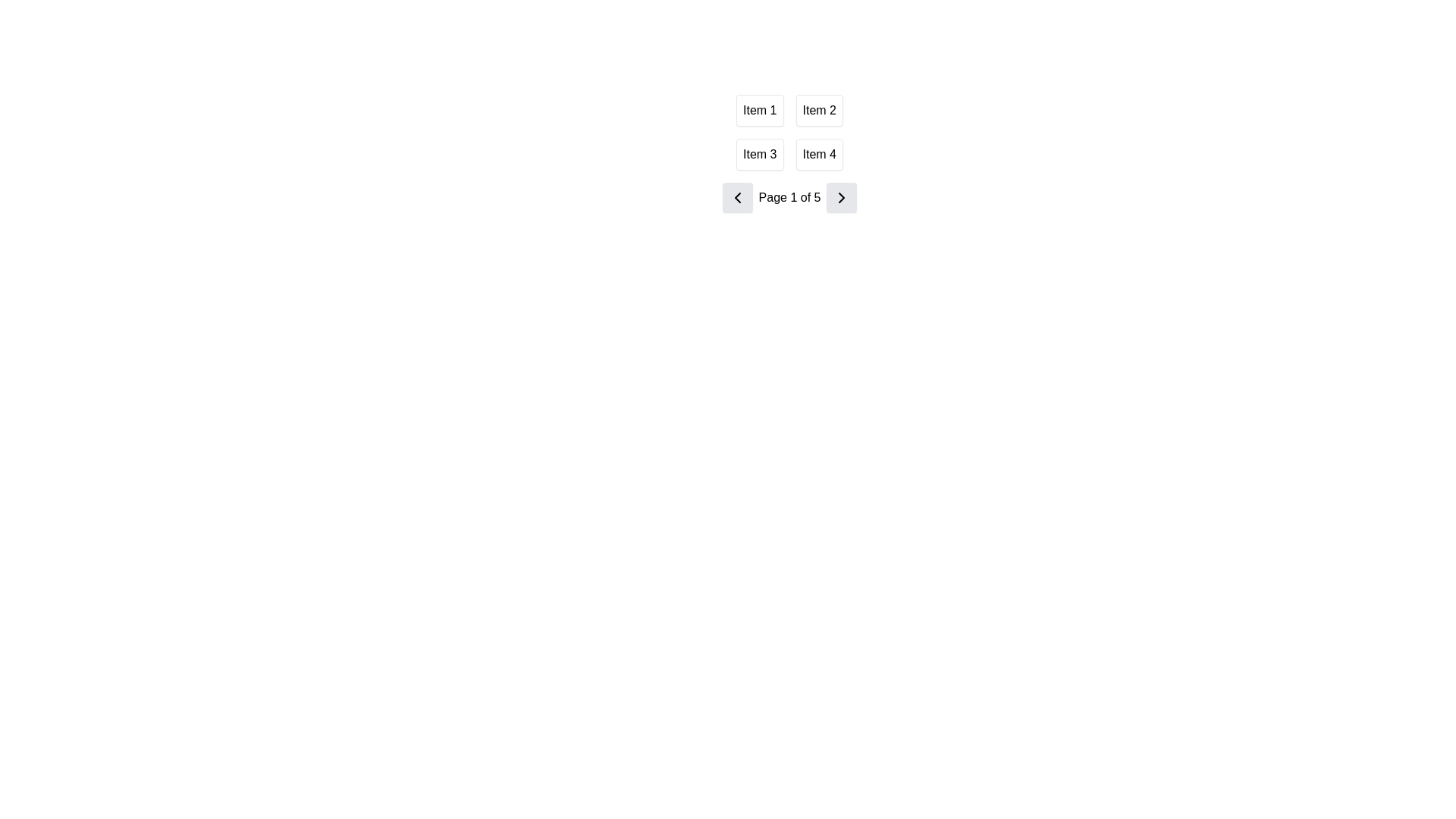 This screenshot has height=819, width=1456. What do you see at coordinates (789, 197) in the screenshot?
I see `text content of the pagination control's current page number label, which is centrally located below the grid of items` at bounding box center [789, 197].